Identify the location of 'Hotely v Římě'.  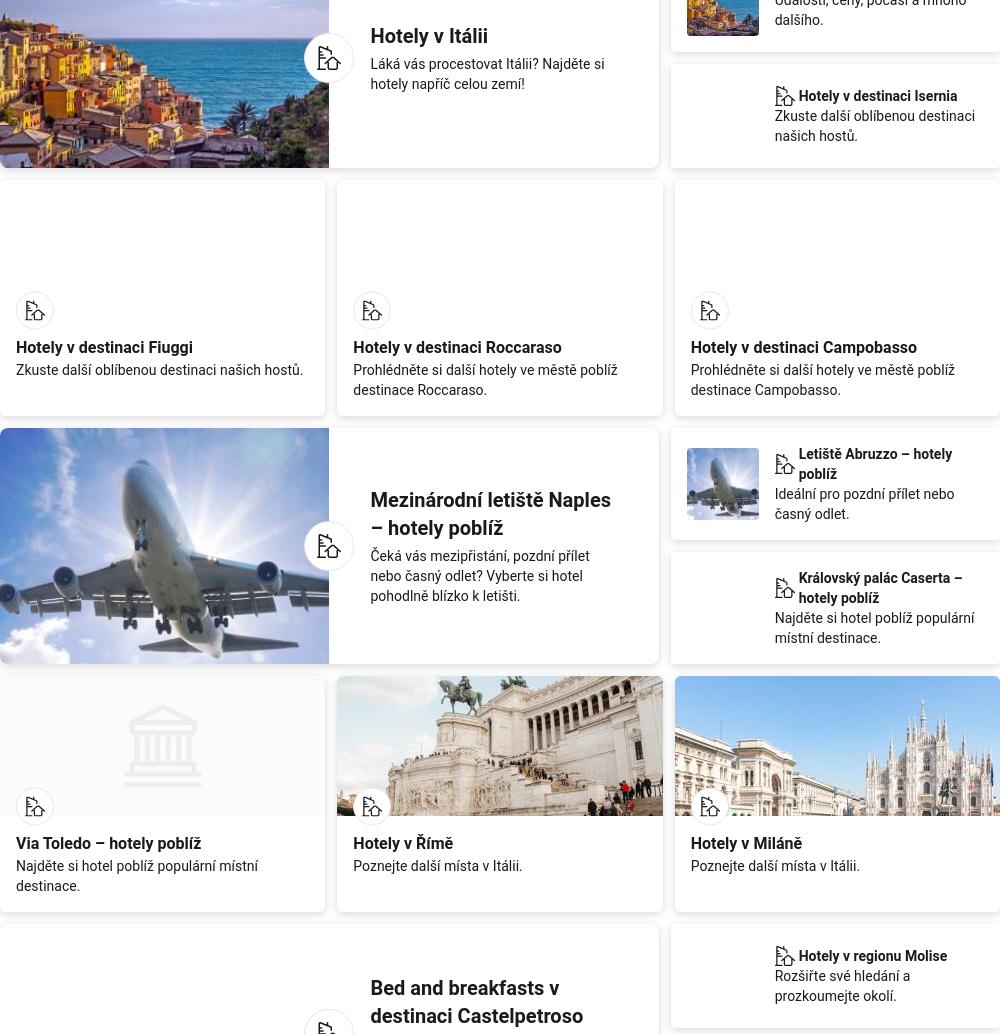
(403, 841).